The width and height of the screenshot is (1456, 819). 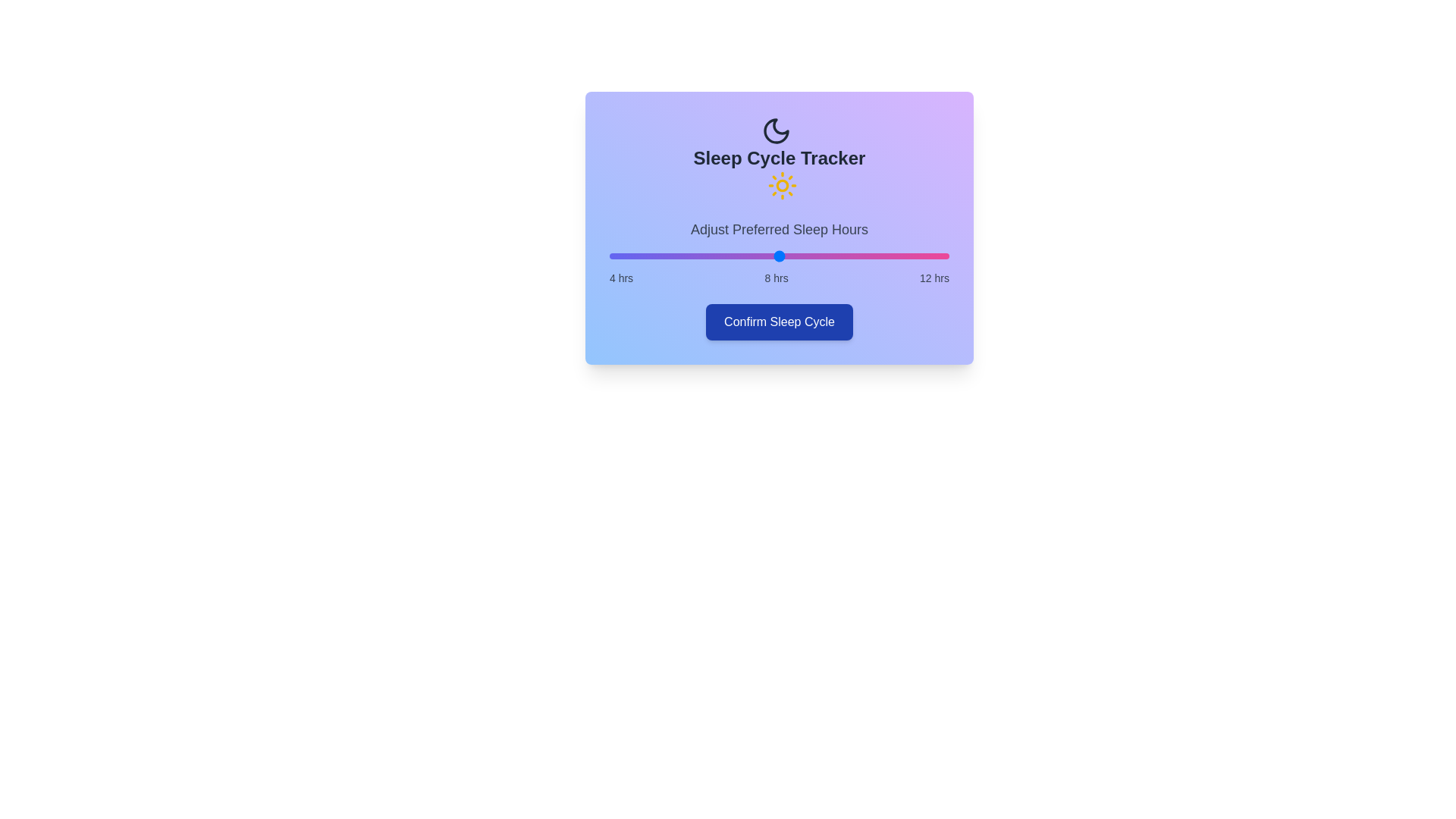 What do you see at coordinates (906, 256) in the screenshot?
I see `the sleep hours slider to 11 hours` at bounding box center [906, 256].